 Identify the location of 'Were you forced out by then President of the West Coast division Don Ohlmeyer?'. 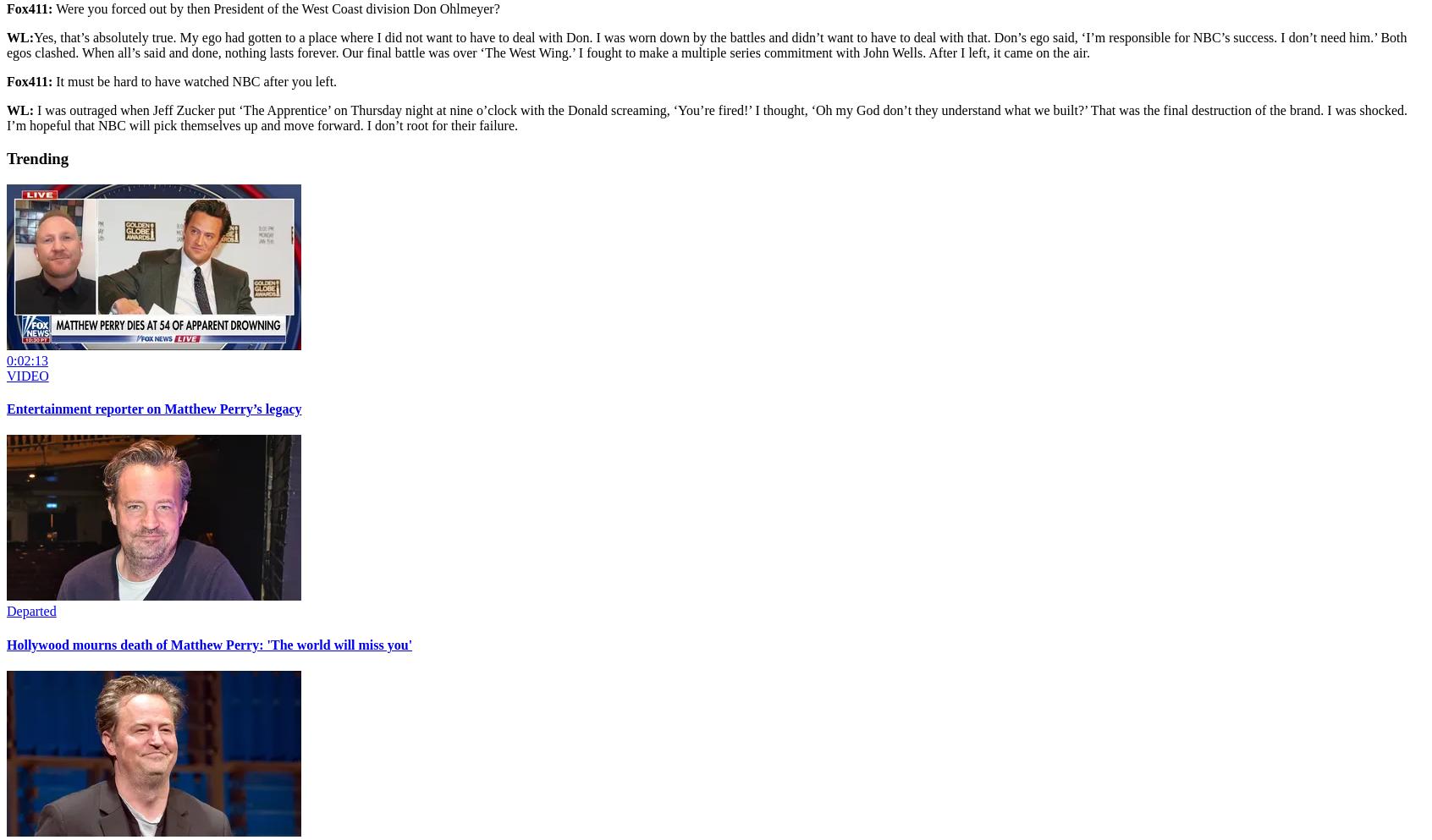
(277, 8).